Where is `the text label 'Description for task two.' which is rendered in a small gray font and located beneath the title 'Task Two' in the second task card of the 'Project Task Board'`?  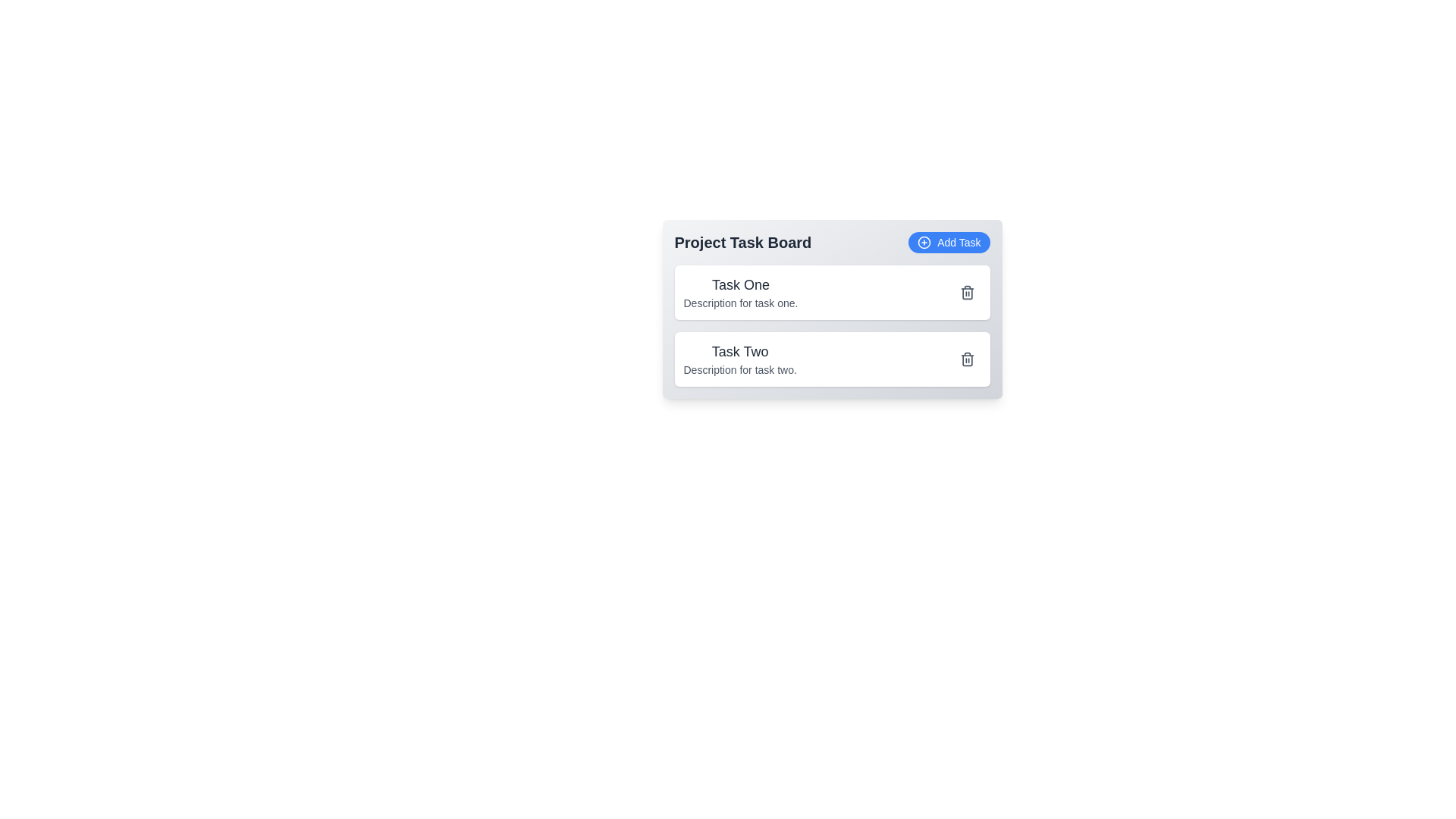 the text label 'Description for task two.' which is rendered in a small gray font and located beneath the title 'Task Two' in the second task card of the 'Project Task Board' is located at coordinates (740, 370).